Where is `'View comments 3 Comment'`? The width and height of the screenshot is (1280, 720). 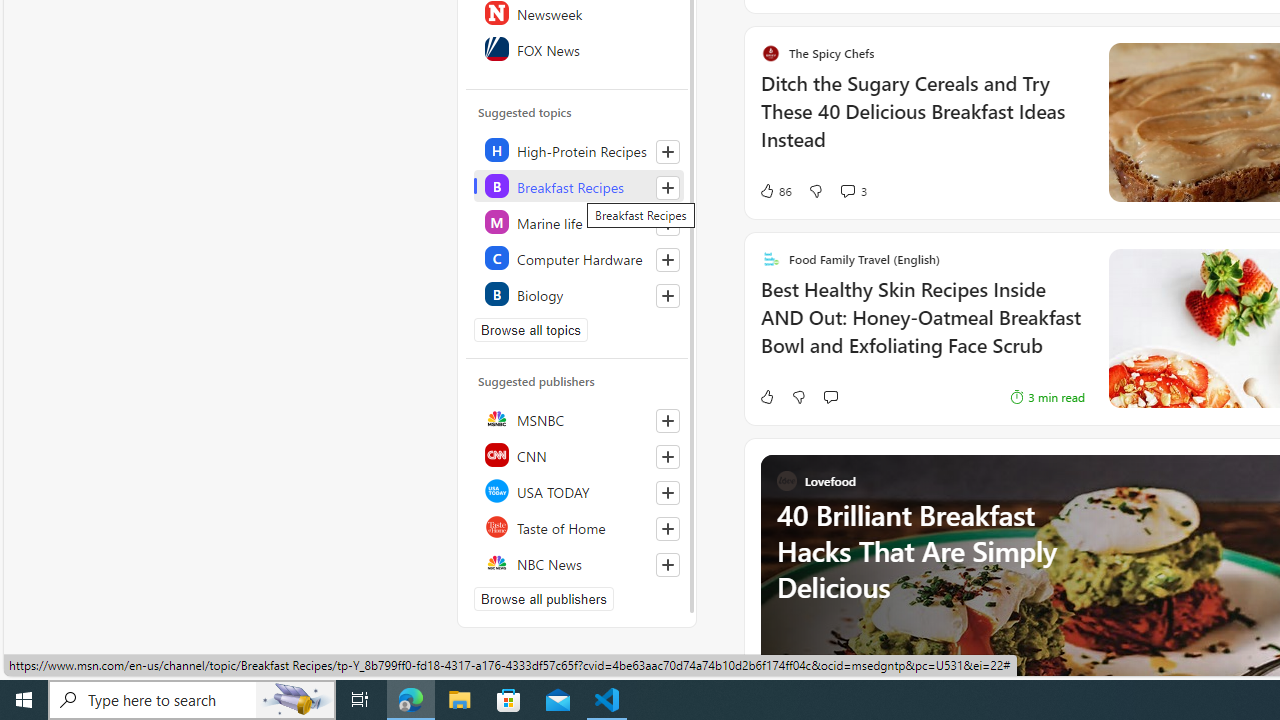
'View comments 3 Comment' is located at coordinates (847, 190).